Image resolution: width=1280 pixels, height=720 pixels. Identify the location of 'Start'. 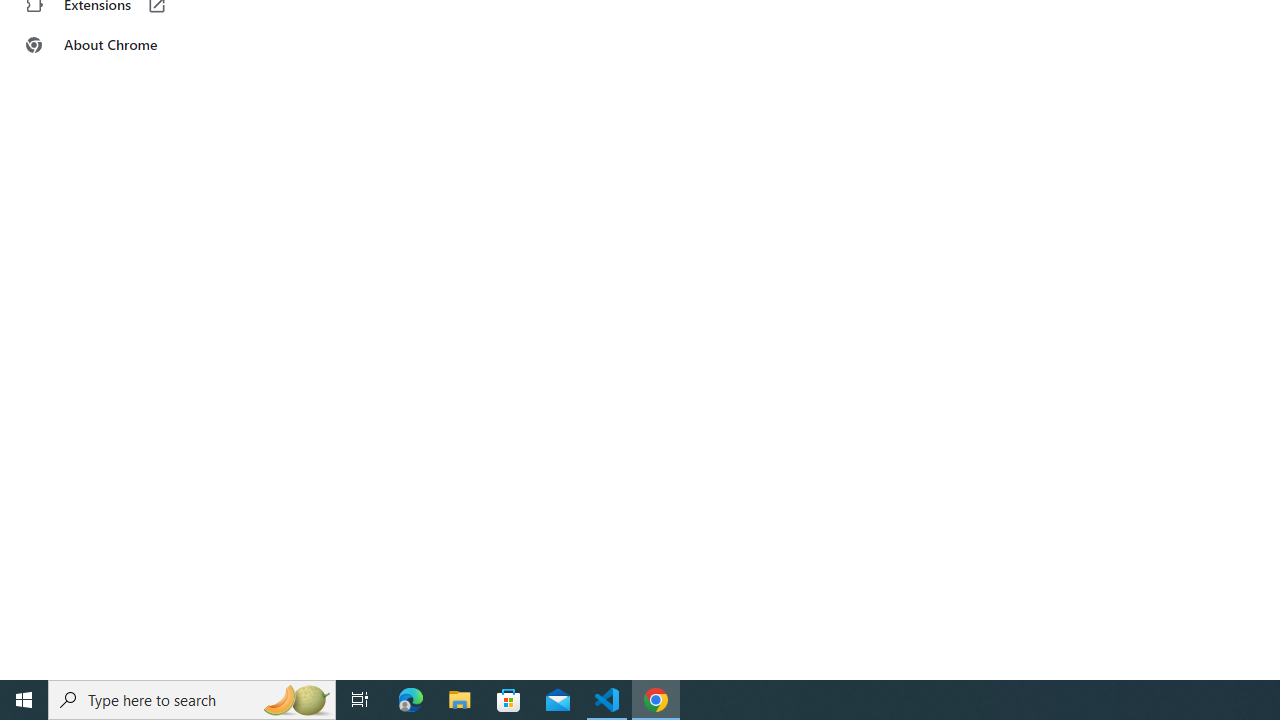
(24, 698).